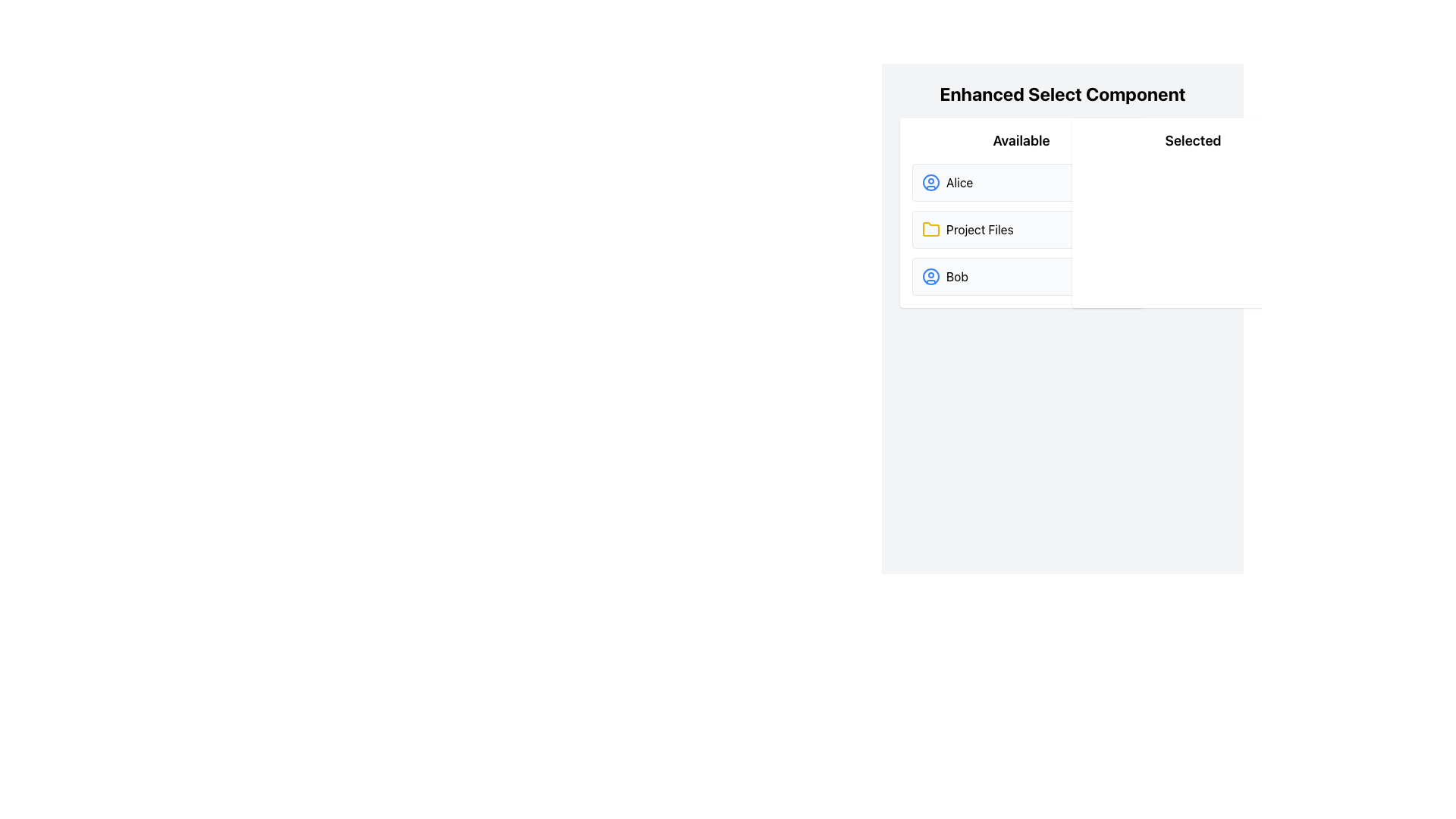 This screenshot has width=1456, height=819. What do you see at coordinates (1021, 277) in the screenshot?
I see `the third selectable list item in the left 'Available' column` at bounding box center [1021, 277].